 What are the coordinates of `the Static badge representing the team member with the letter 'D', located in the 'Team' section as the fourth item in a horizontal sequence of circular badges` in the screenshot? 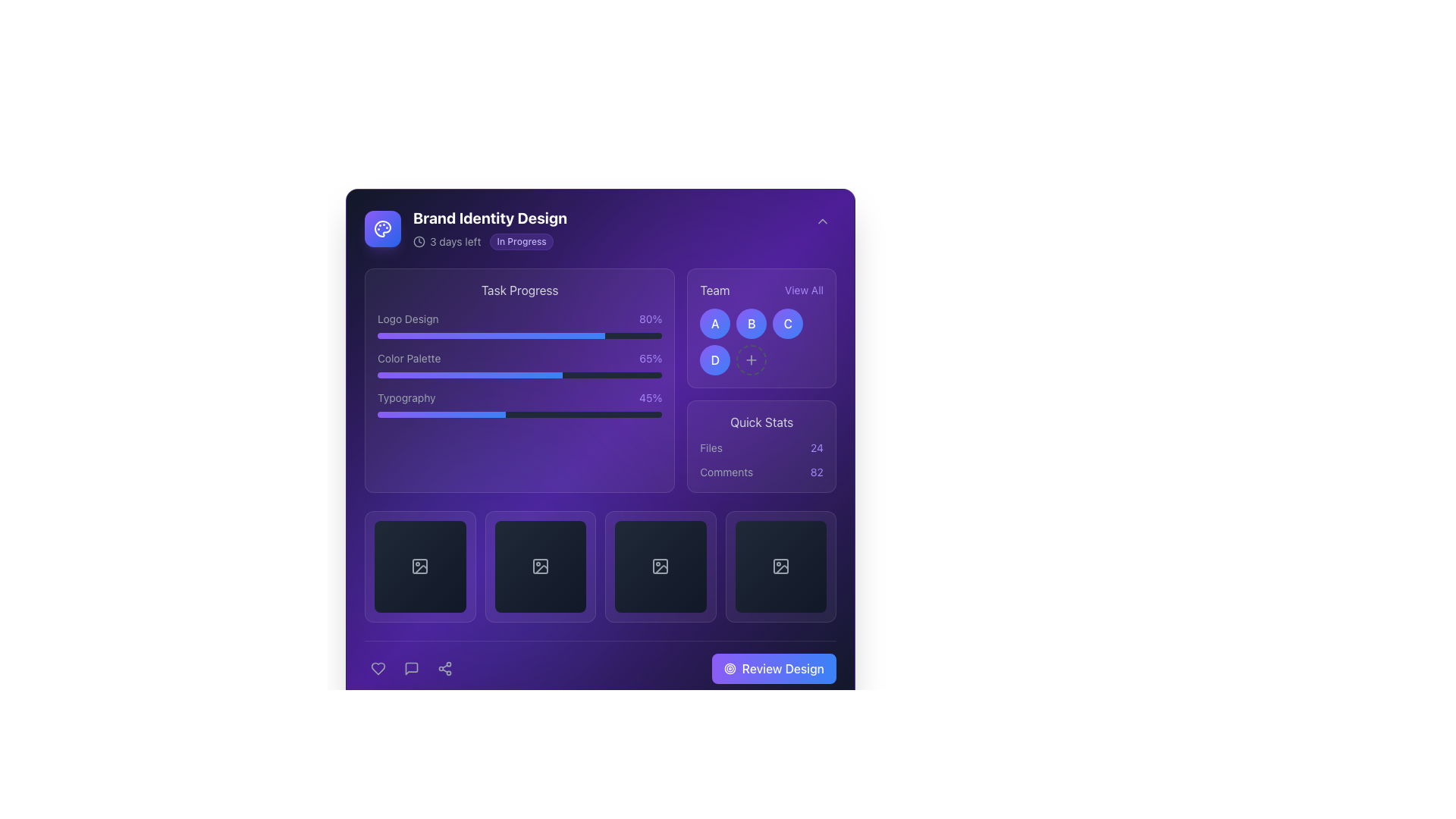 It's located at (714, 359).